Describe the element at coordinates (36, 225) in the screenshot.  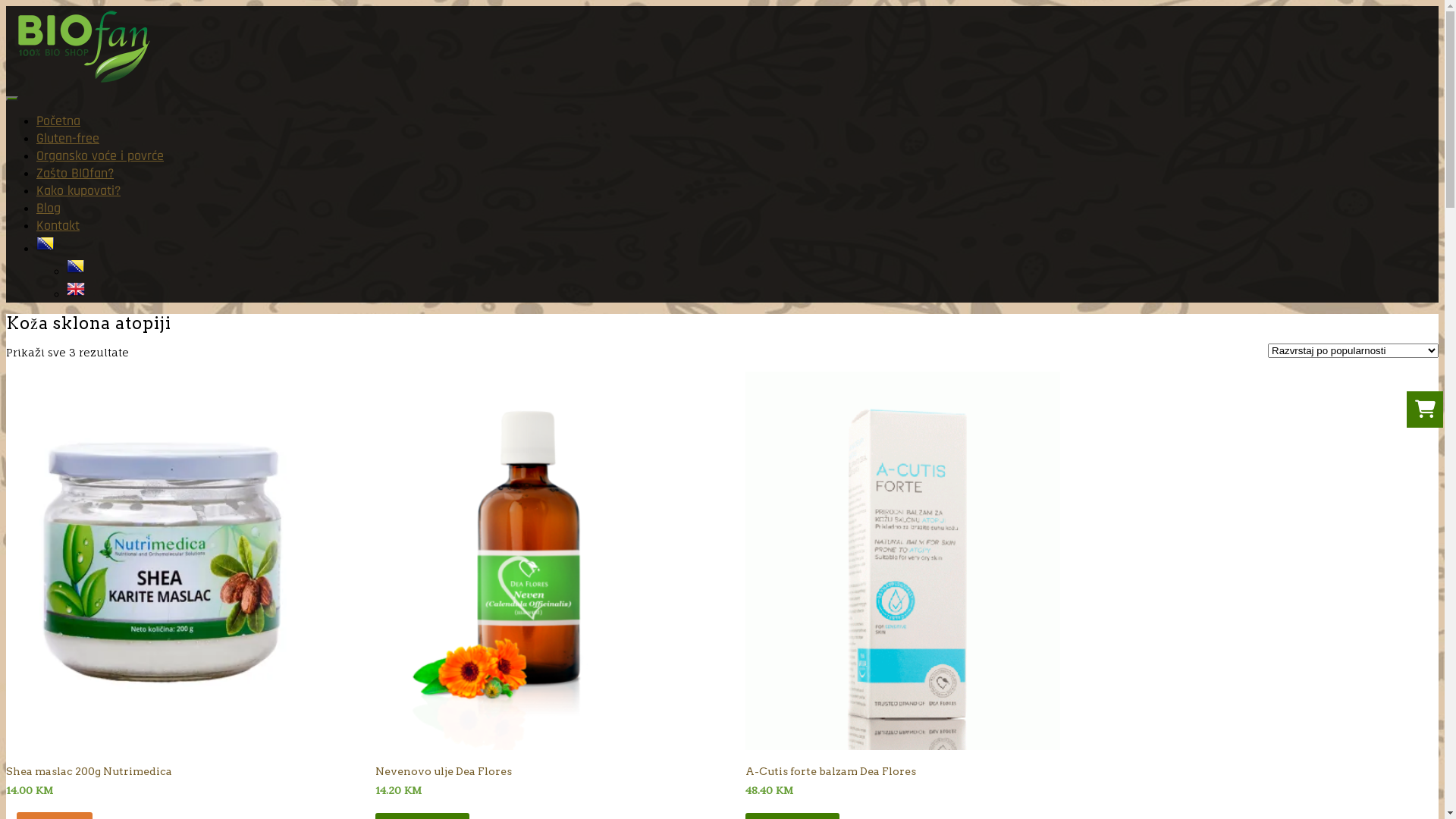
I see `'Kontakt'` at that location.